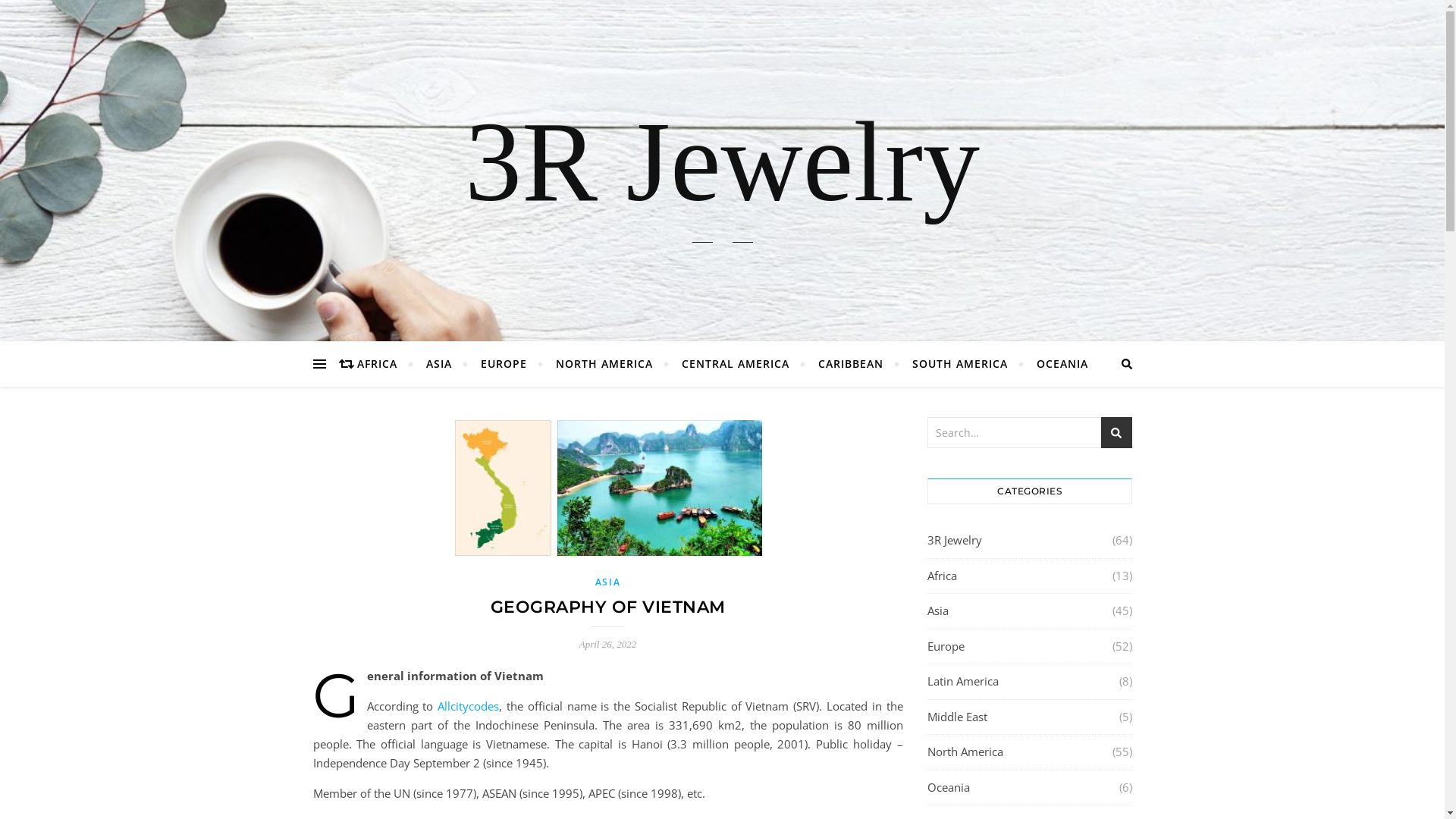 The height and width of the screenshot is (819, 1456). Describe the element at coordinates (940, 576) in the screenshot. I see `'Africa'` at that location.